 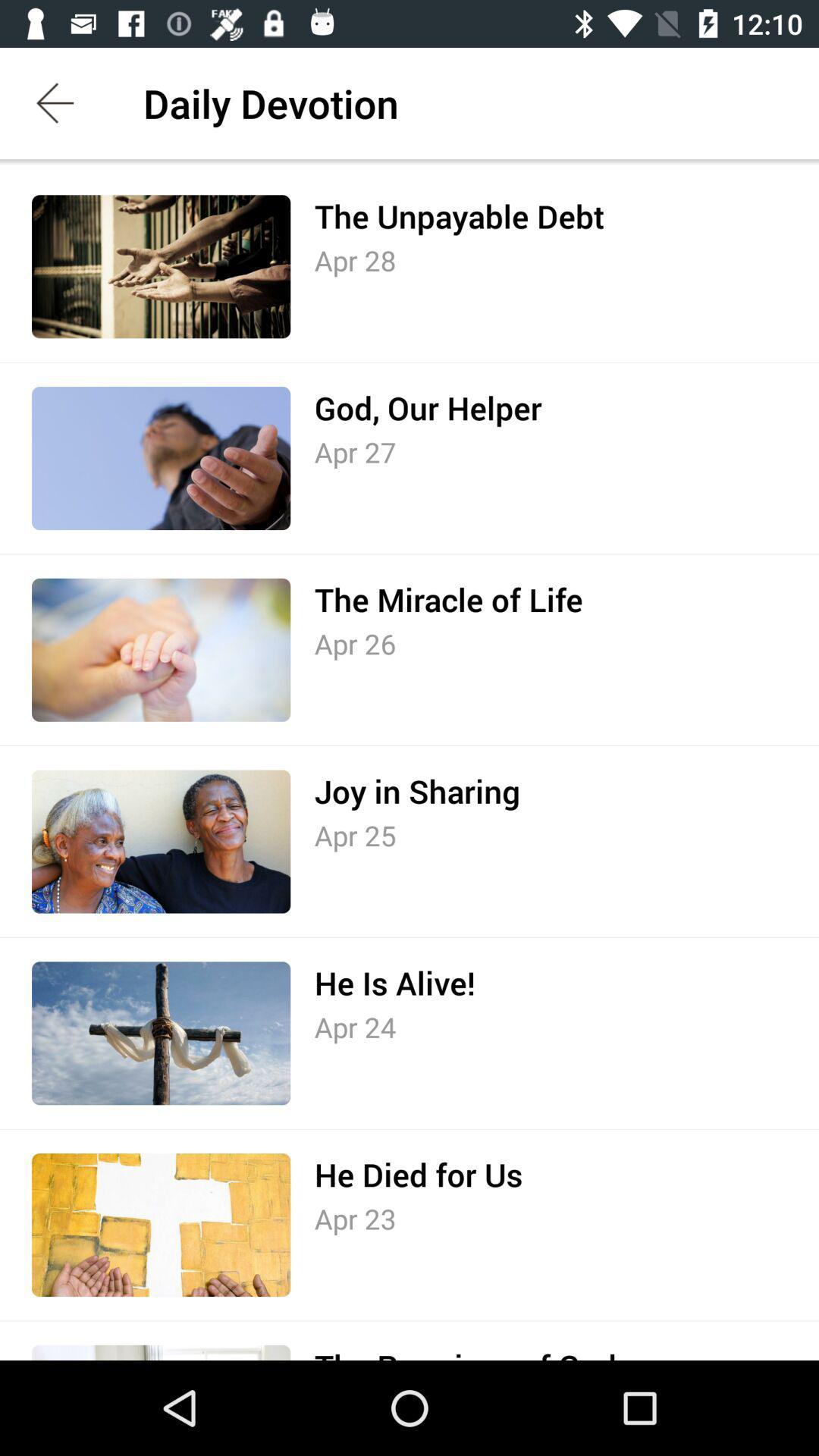 I want to click on return to previous, so click(x=55, y=102).